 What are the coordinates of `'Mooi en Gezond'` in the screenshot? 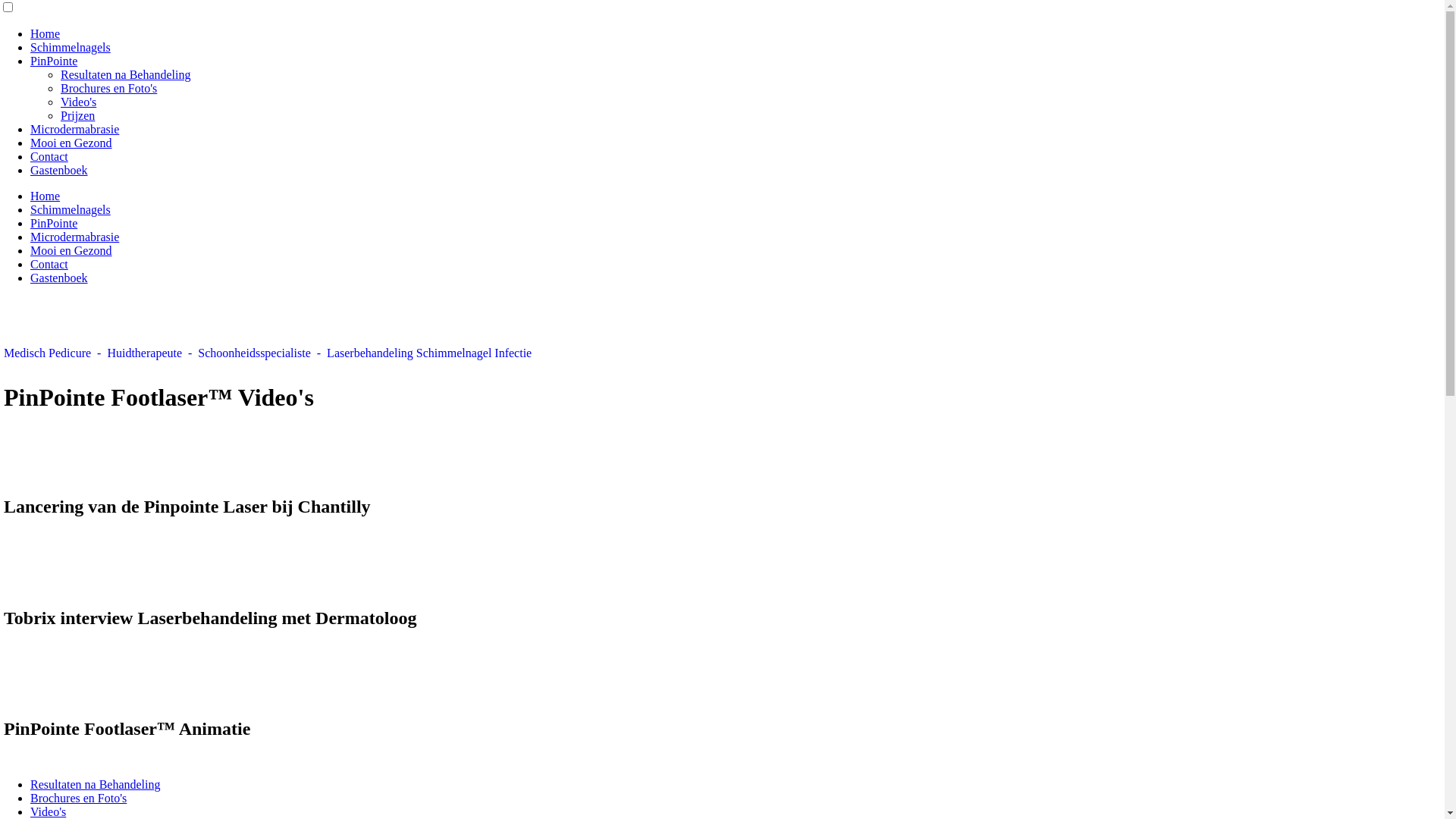 It's located at (71, 143).